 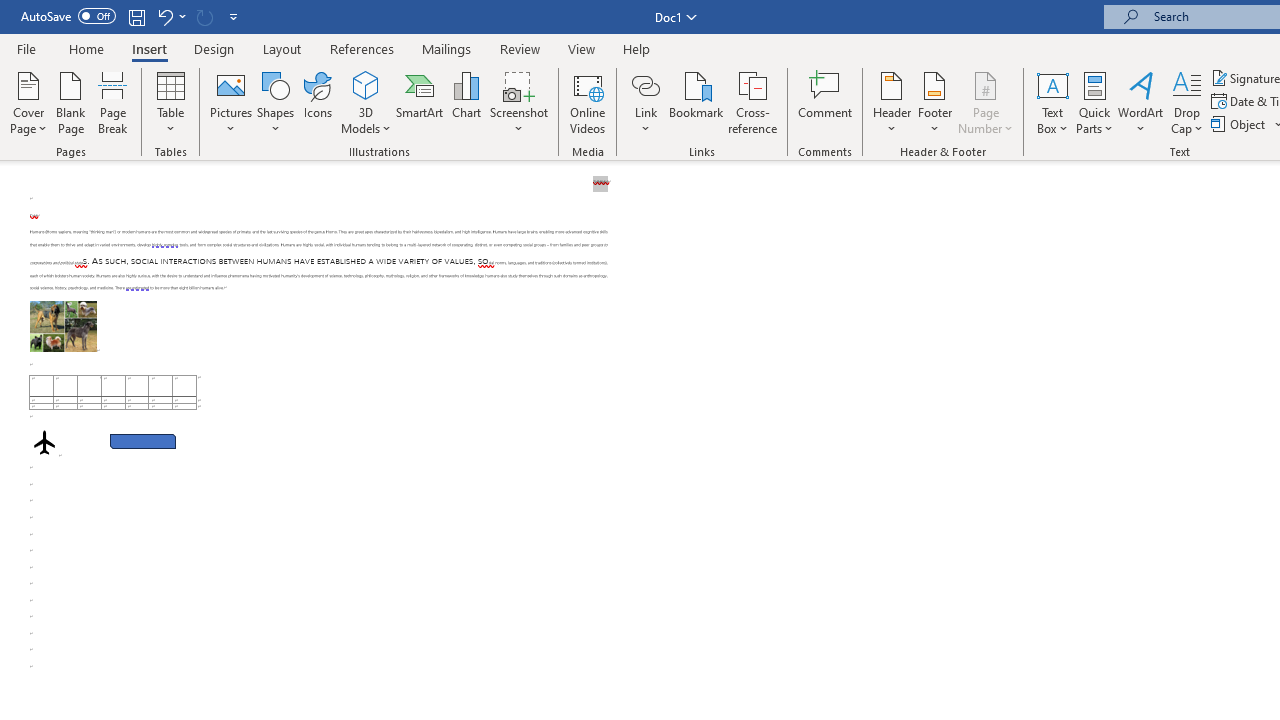 What do you see at coordinates (1141, 103) in the screenshot?
I see `'WordArt'` at bounding box center [1141, 103].